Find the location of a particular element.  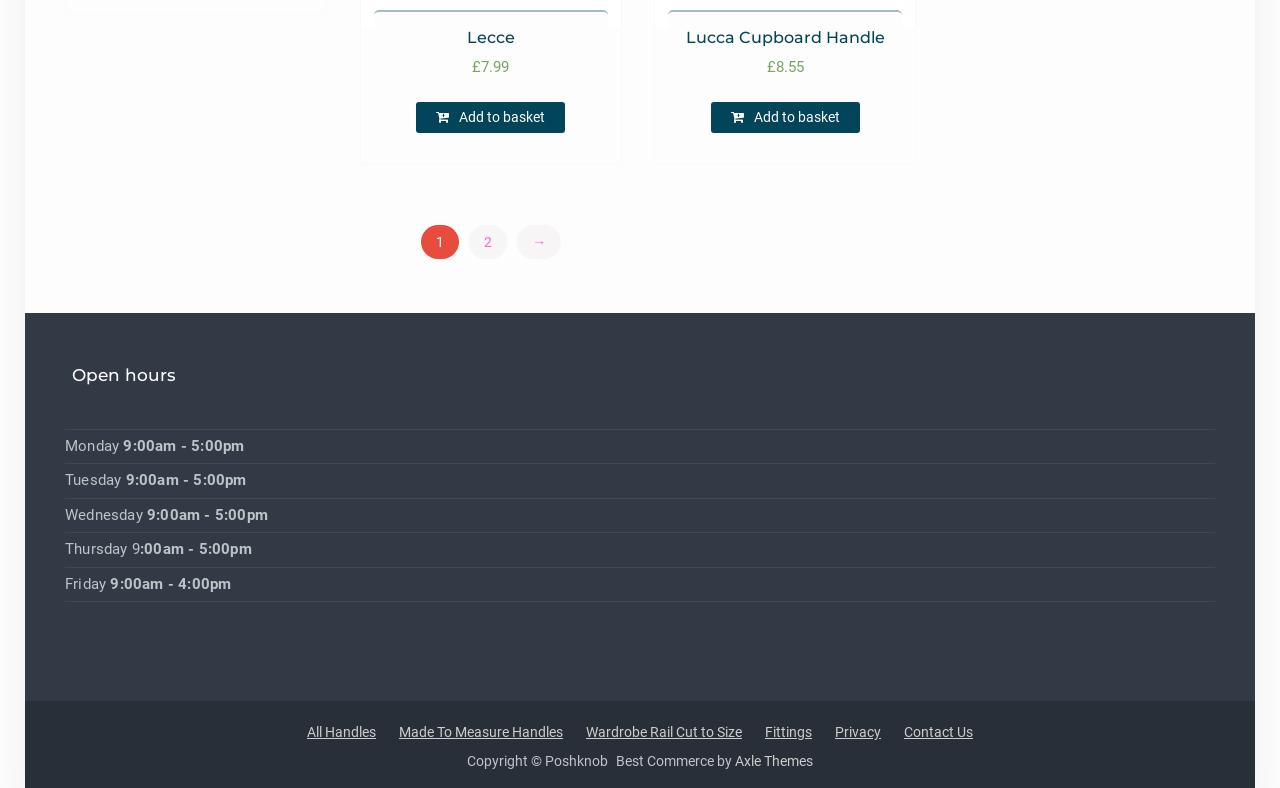

'Open hours' is located at coordinates (123, 375).